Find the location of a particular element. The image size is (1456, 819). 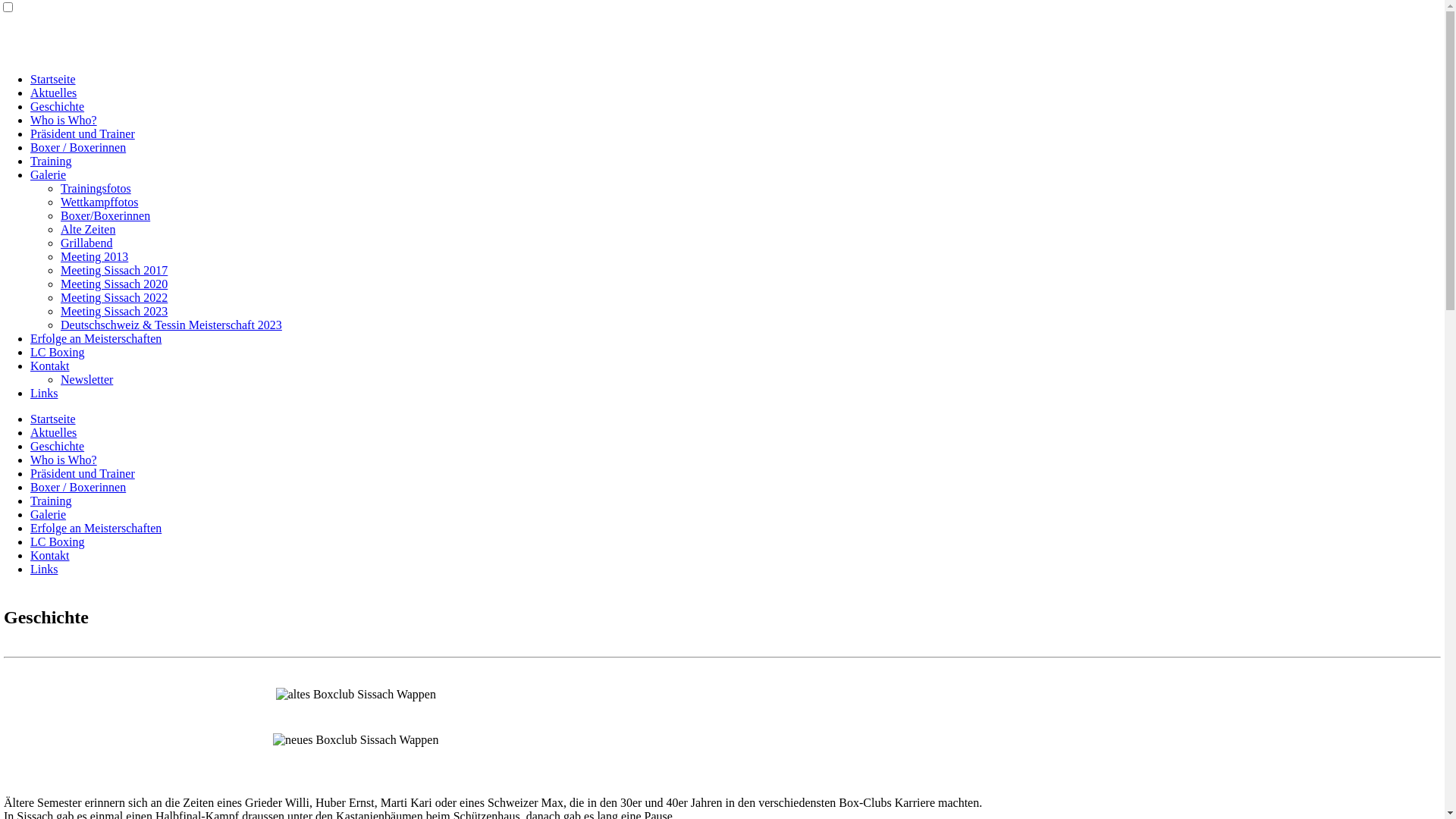

'Training' is located at coordinates (51, 500).